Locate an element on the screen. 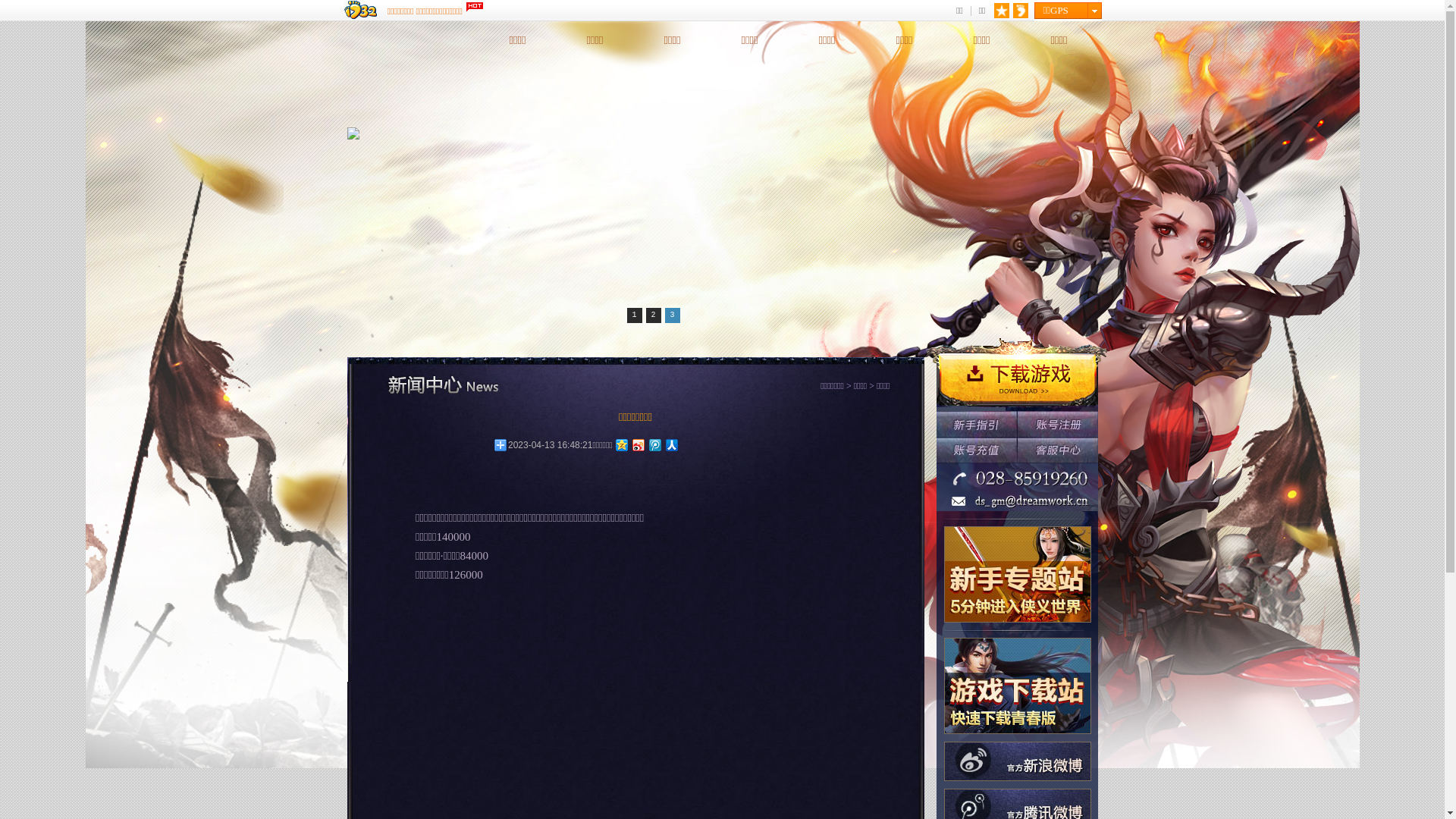 Image resolution: width=1456 pixels, height=819 pixels. '1' is located at coordinates (633, 315).